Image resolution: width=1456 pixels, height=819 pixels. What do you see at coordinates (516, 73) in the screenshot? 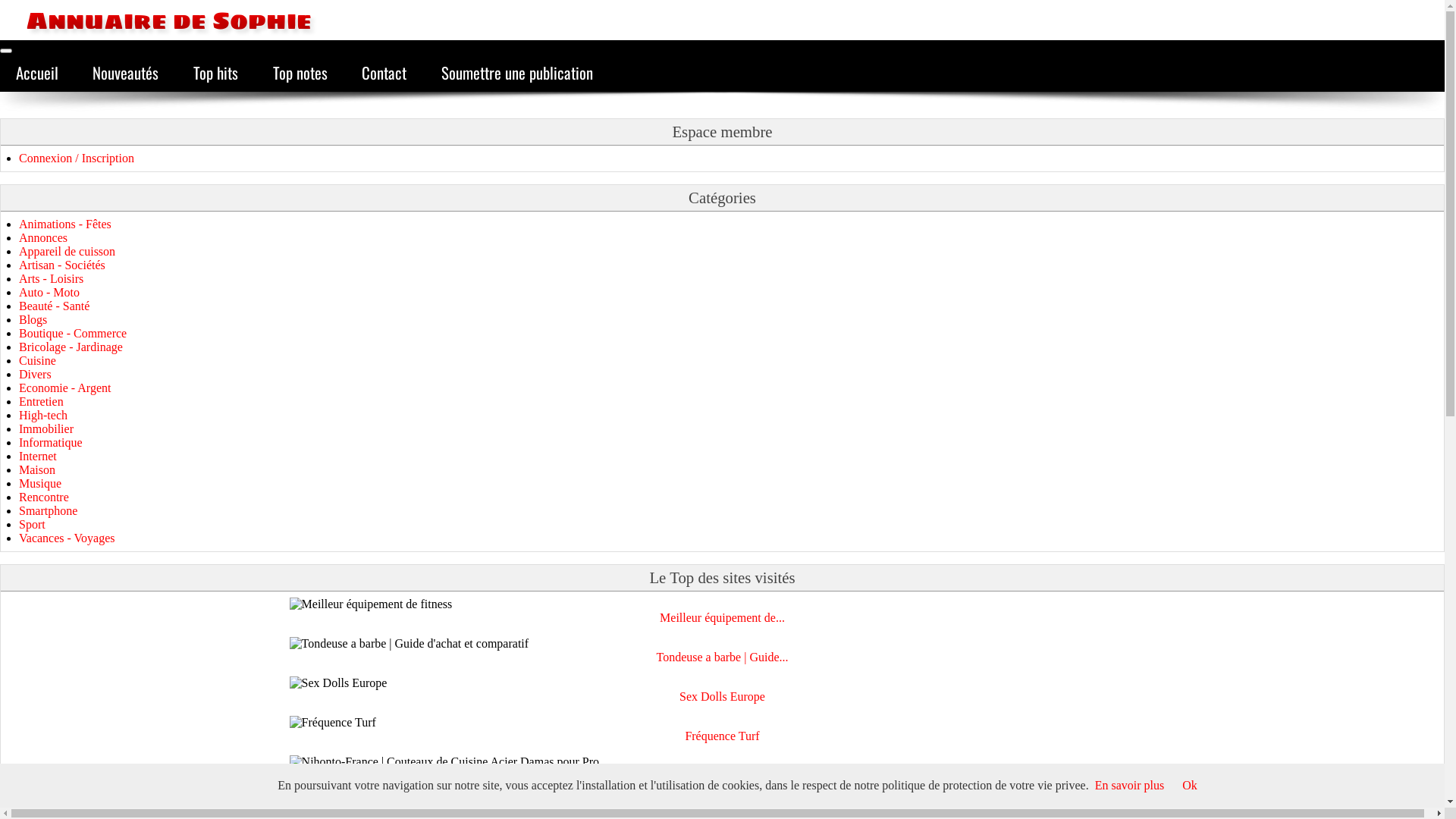
I see `'Soumettre une publication'` at bounding box center [516, 73].